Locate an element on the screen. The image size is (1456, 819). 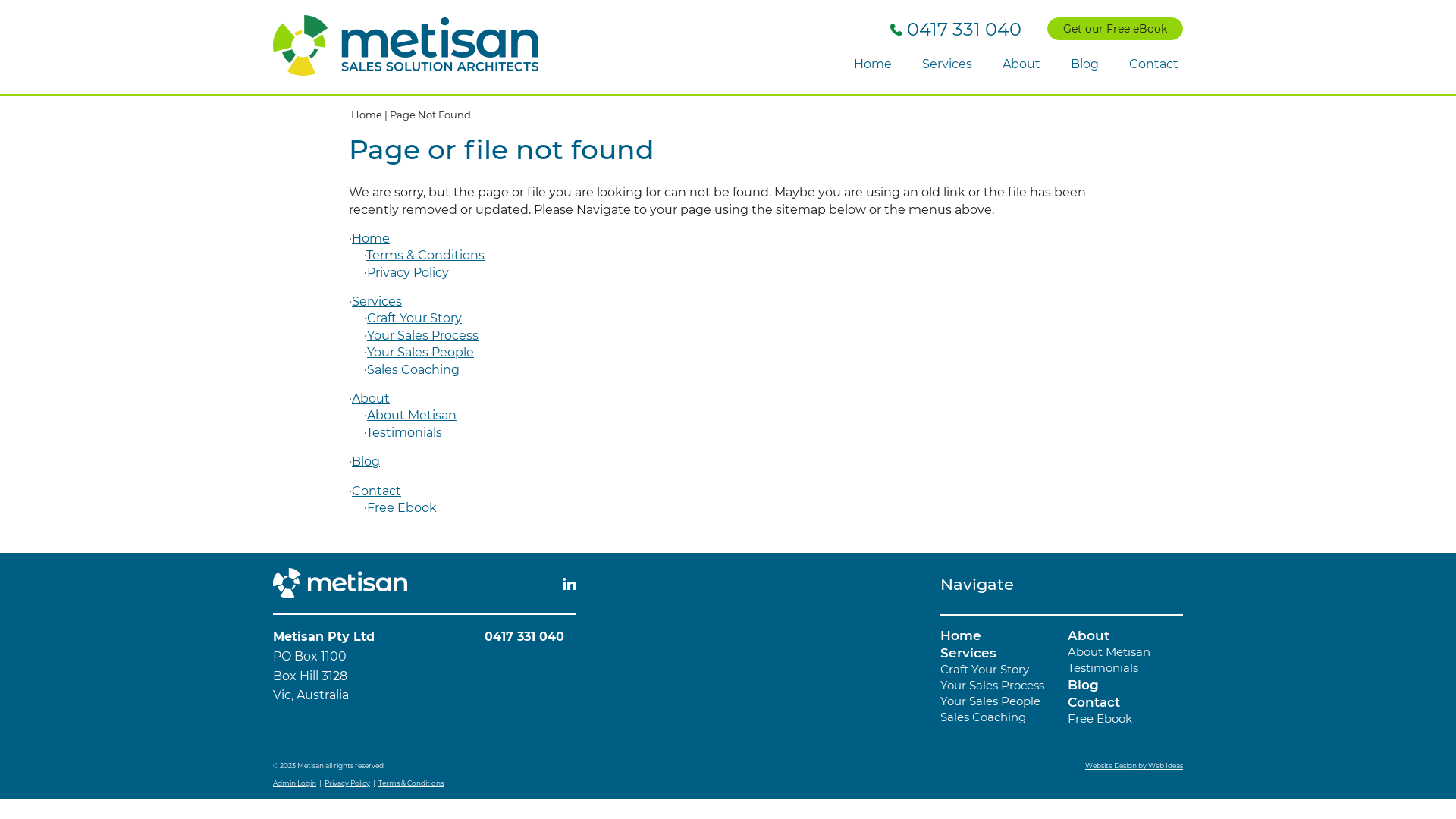
'Services' is located at coordinates (967, 651).